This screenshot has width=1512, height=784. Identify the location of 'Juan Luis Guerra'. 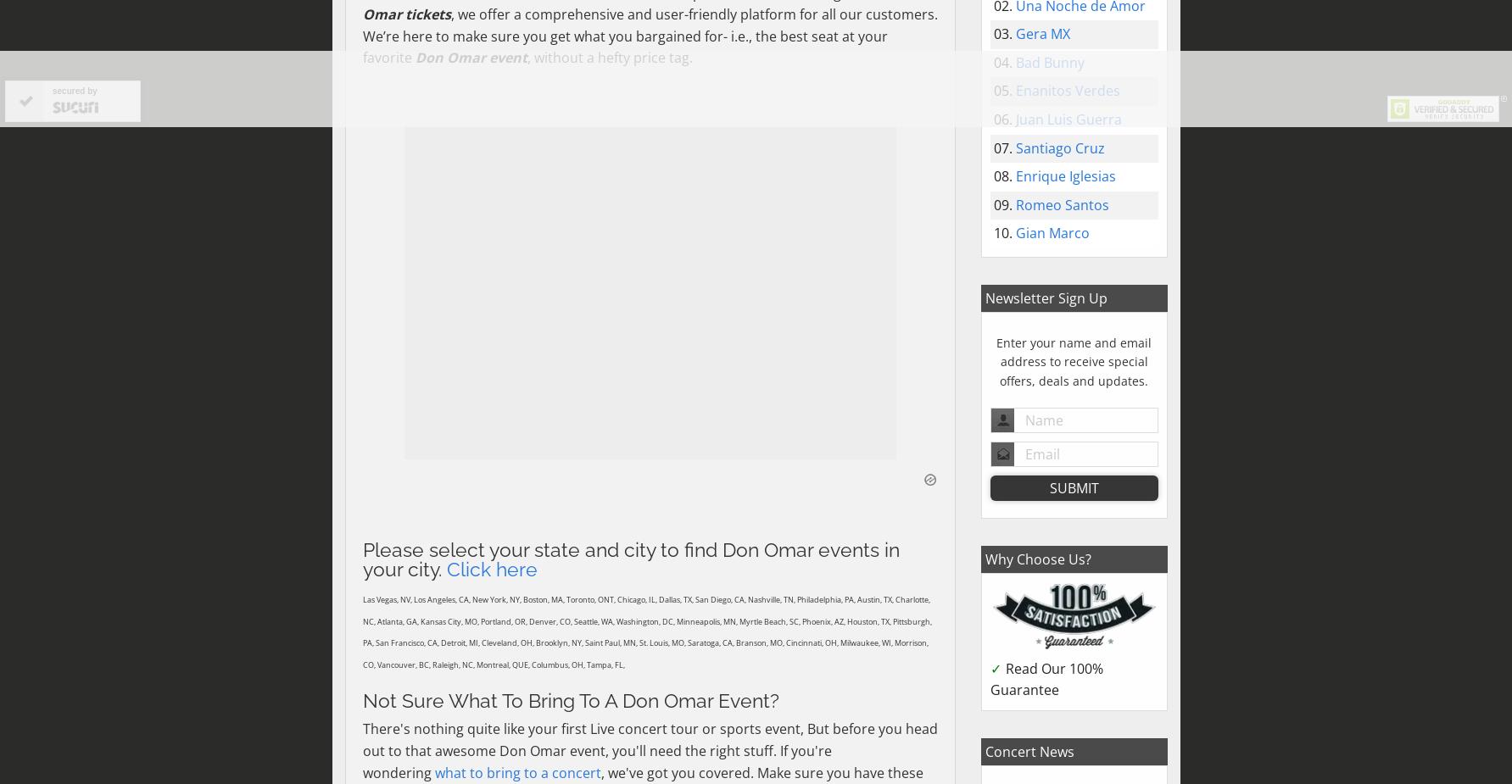
(1014, 118).